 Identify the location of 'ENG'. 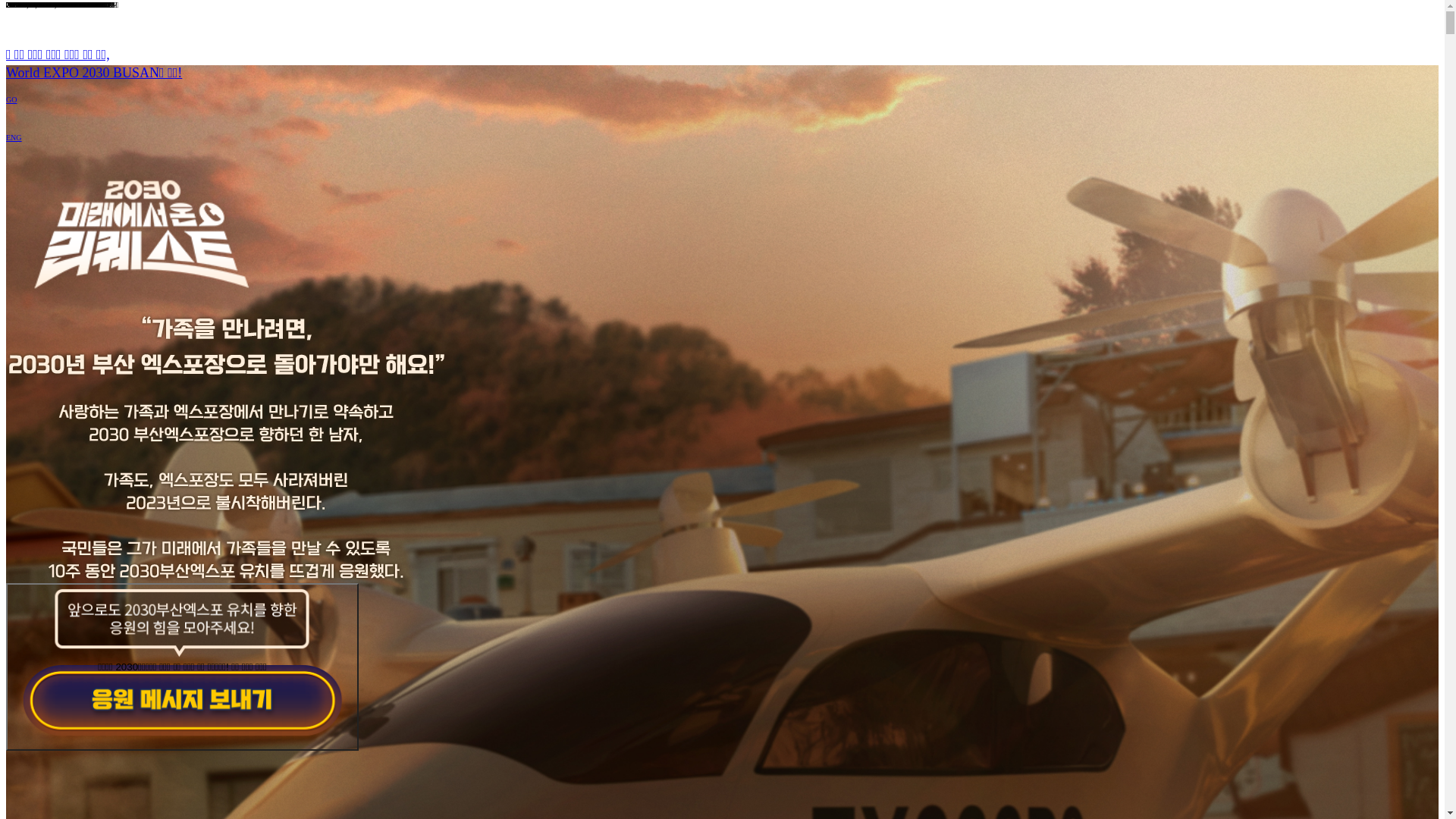
(6, 137).